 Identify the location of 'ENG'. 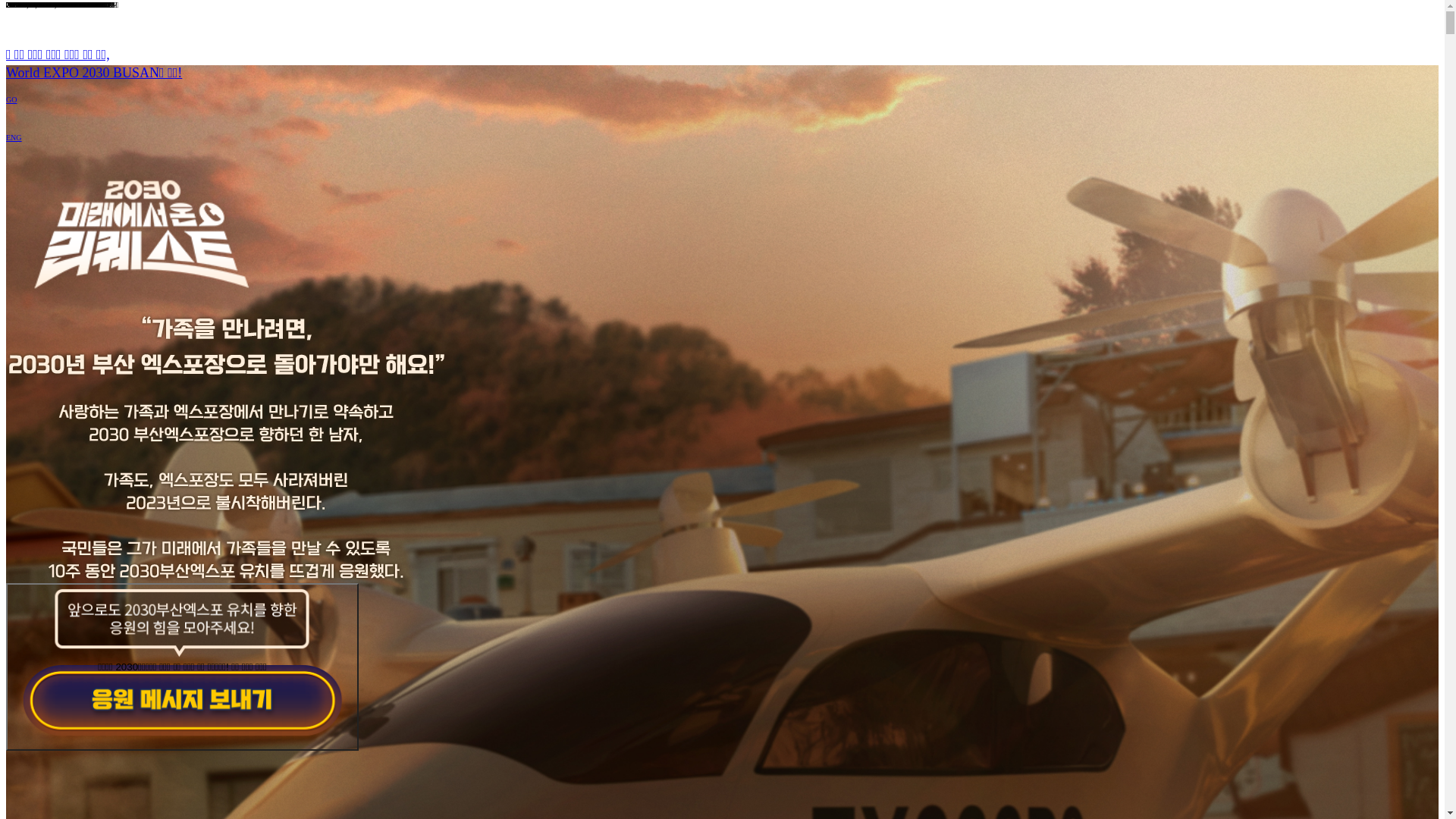
(6, 137).